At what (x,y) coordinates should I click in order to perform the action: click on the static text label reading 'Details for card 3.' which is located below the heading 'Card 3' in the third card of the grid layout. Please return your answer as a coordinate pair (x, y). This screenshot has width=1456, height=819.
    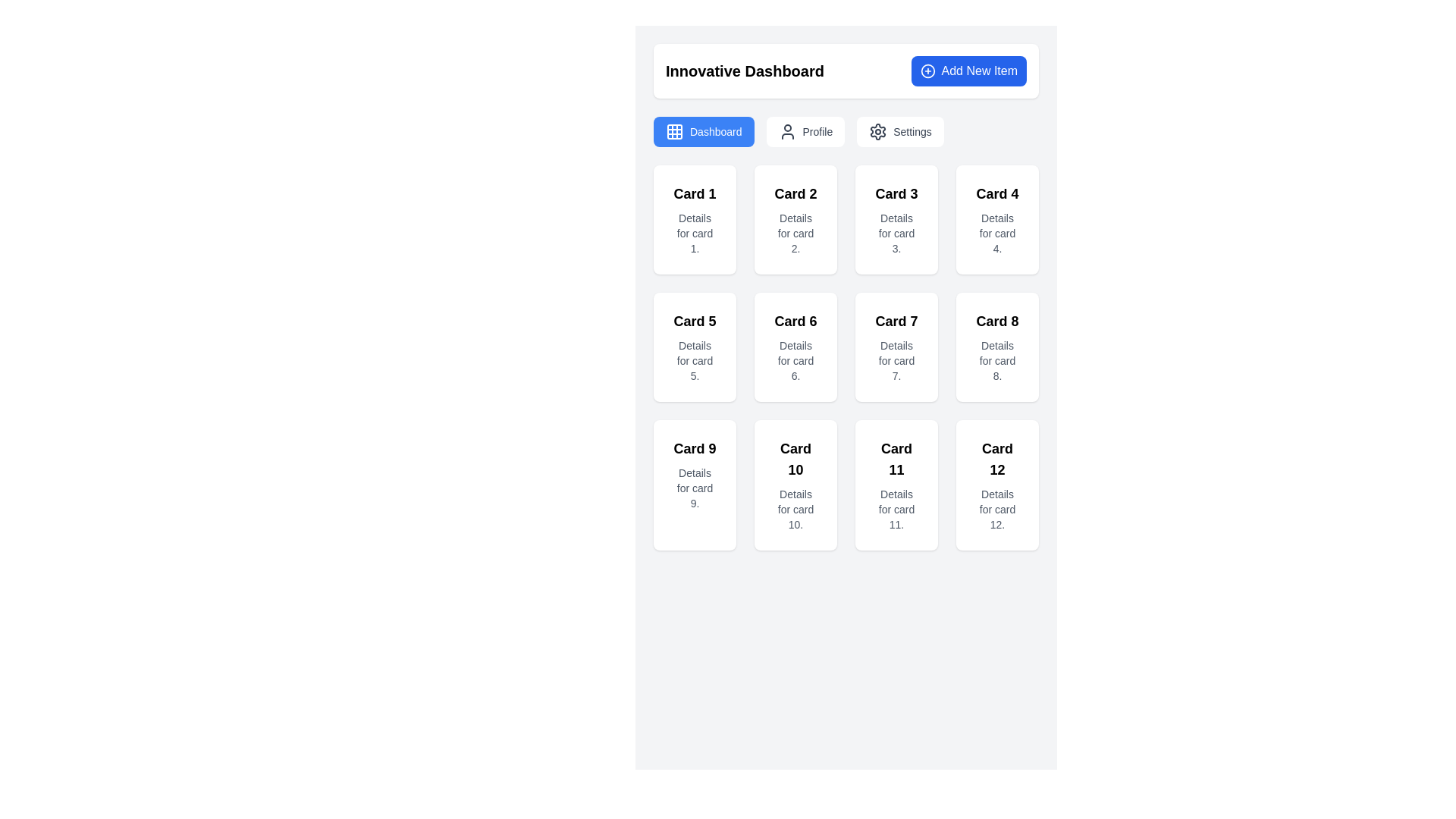
    Looking at the image, I should click on (896, 234).